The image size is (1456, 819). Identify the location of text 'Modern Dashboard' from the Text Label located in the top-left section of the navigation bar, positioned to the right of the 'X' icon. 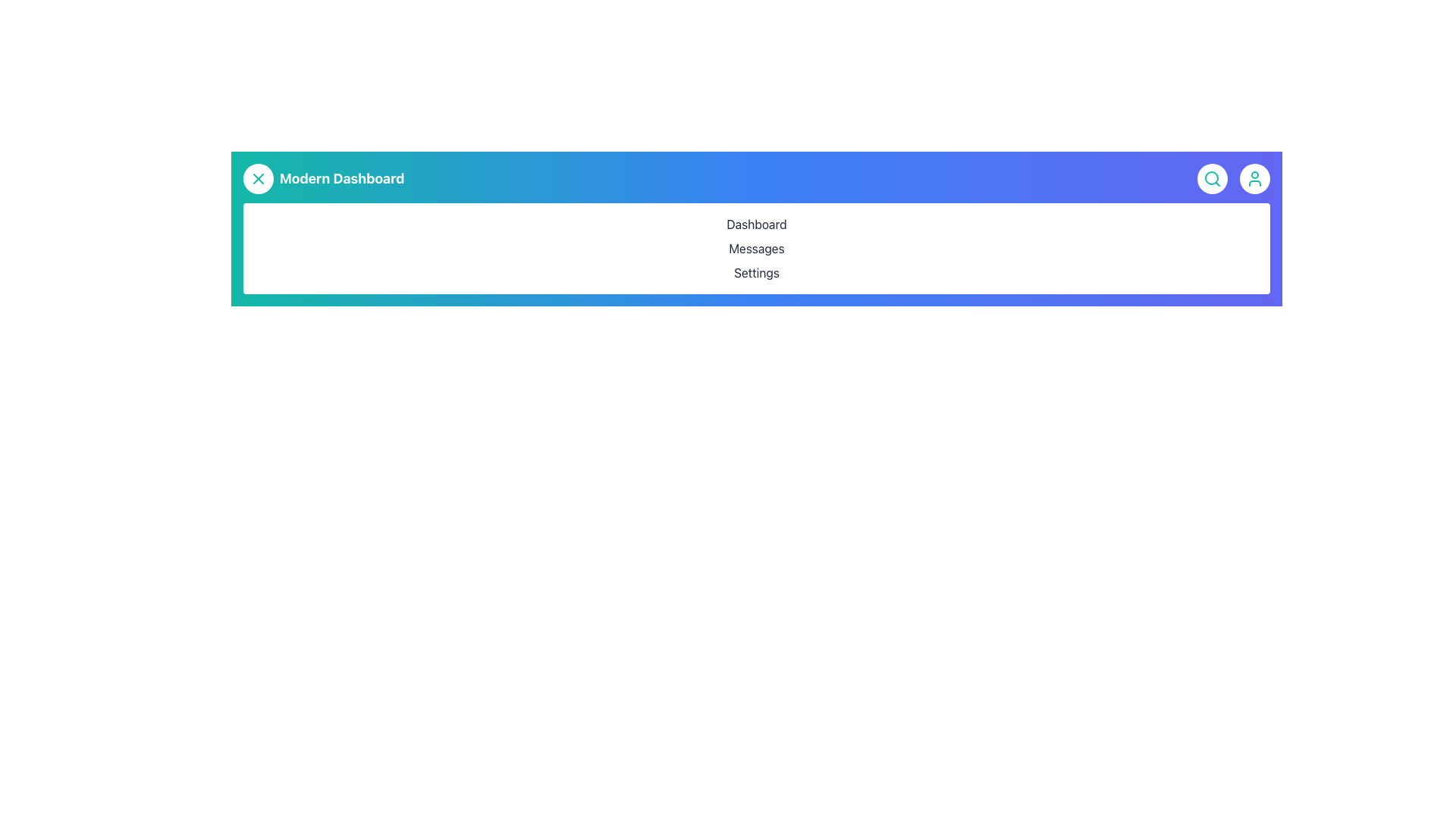
(323, 177).